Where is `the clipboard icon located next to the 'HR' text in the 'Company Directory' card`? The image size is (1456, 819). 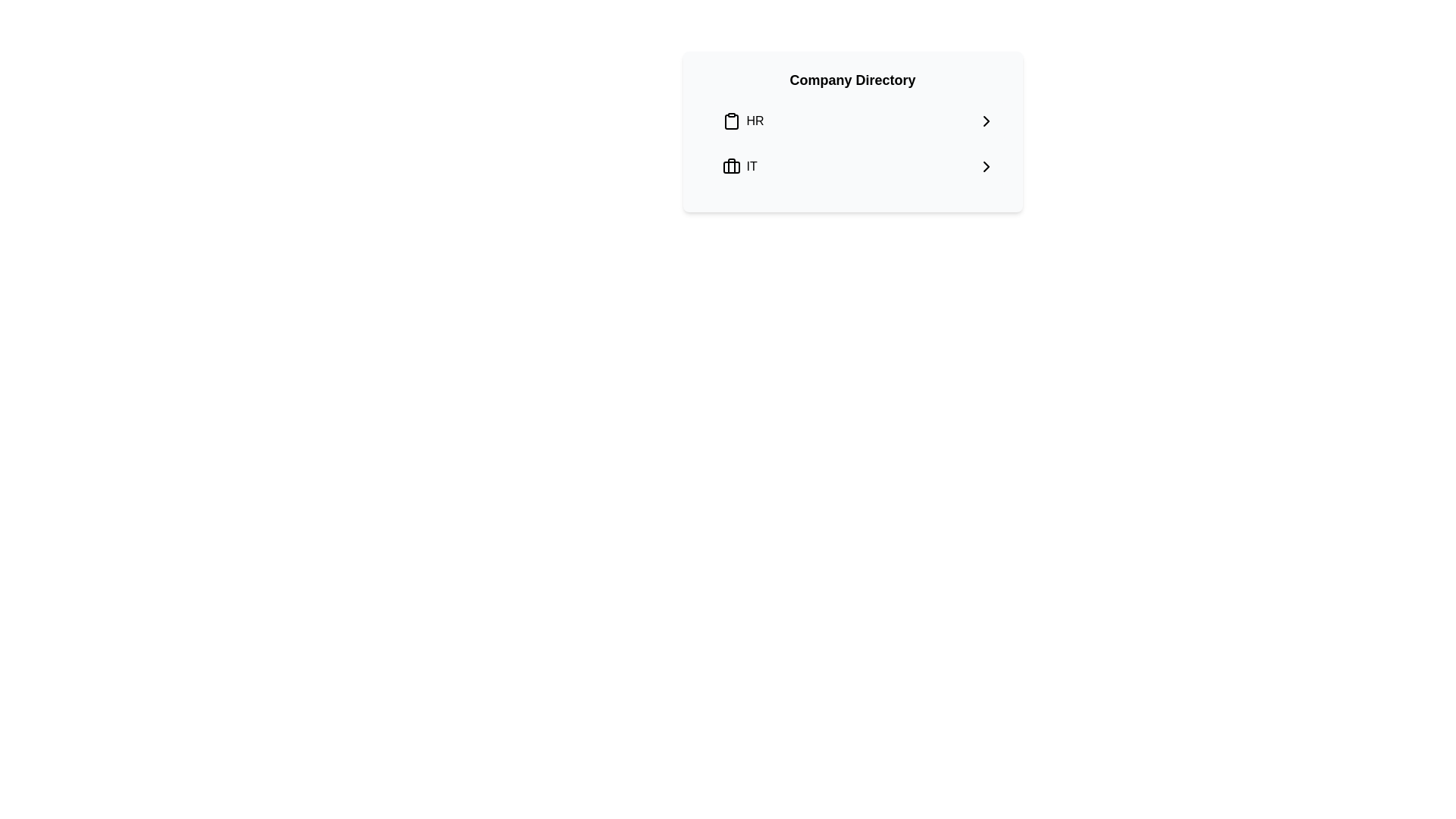 the clipboard icon located next to the 'HR' text in the 'Company Directory' card is located at coordinates (731, 121).